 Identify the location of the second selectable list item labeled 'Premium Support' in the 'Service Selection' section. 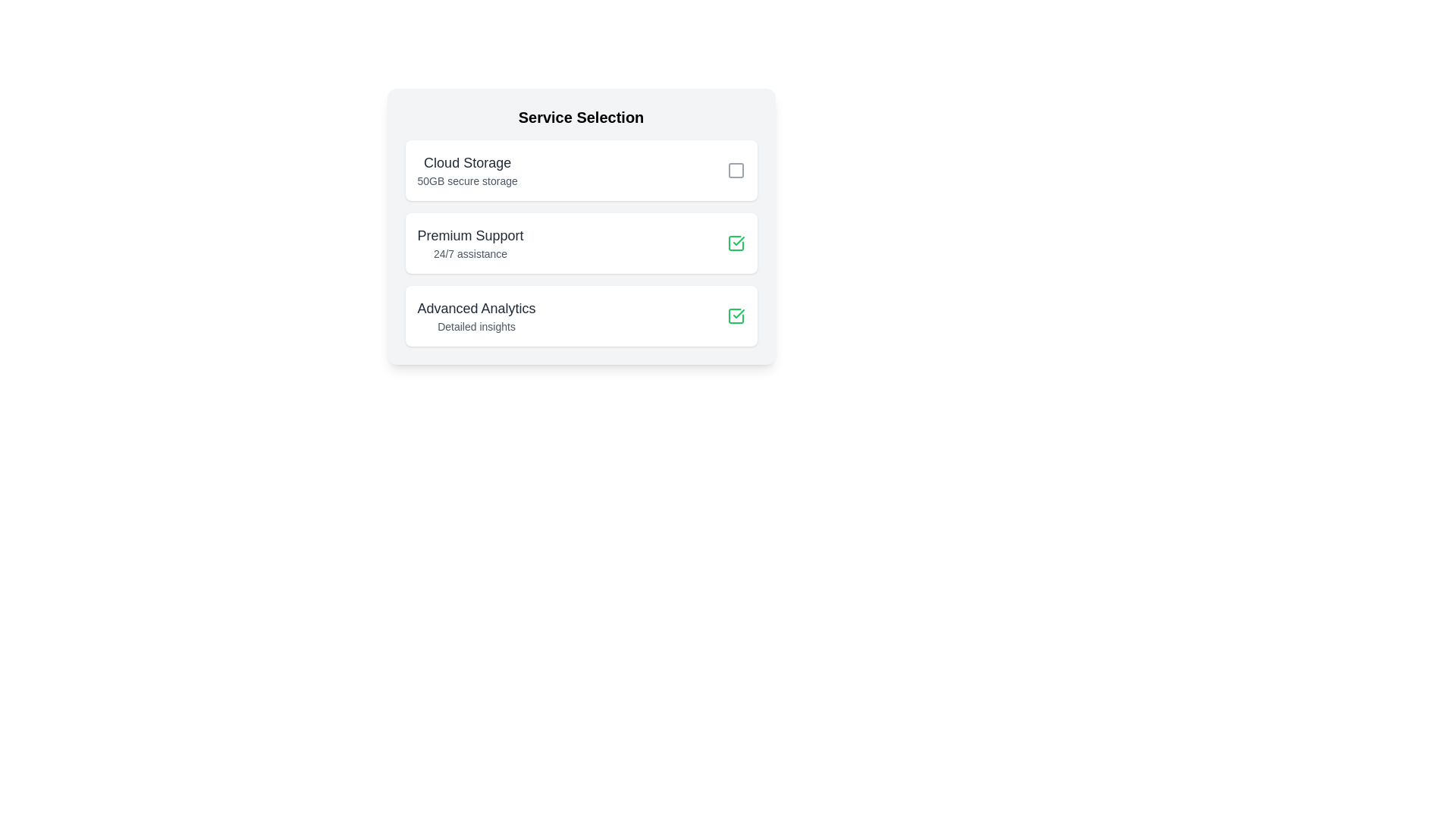
(580, 242).